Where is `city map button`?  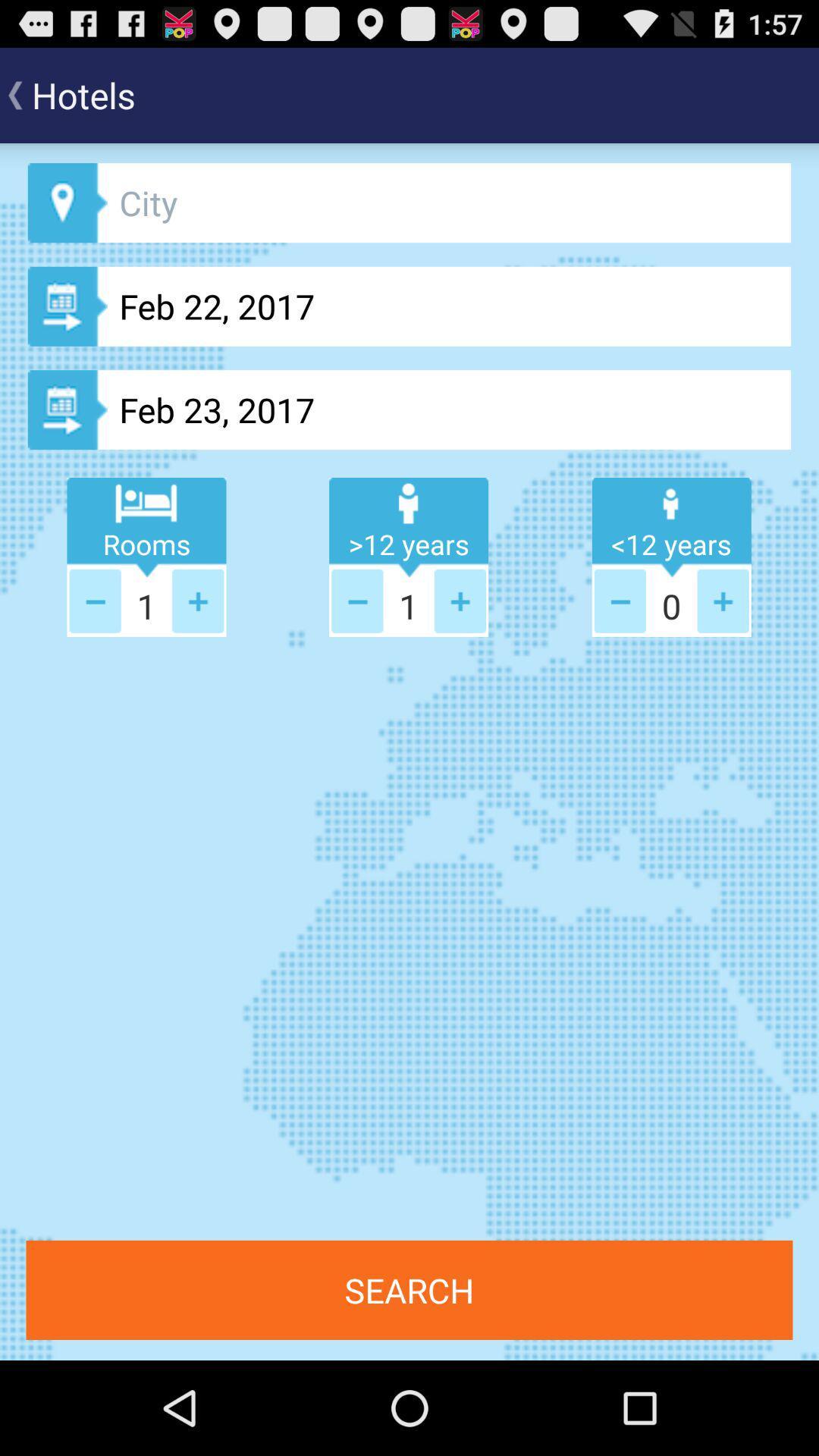 city map button is located at coordinates (409, 202).